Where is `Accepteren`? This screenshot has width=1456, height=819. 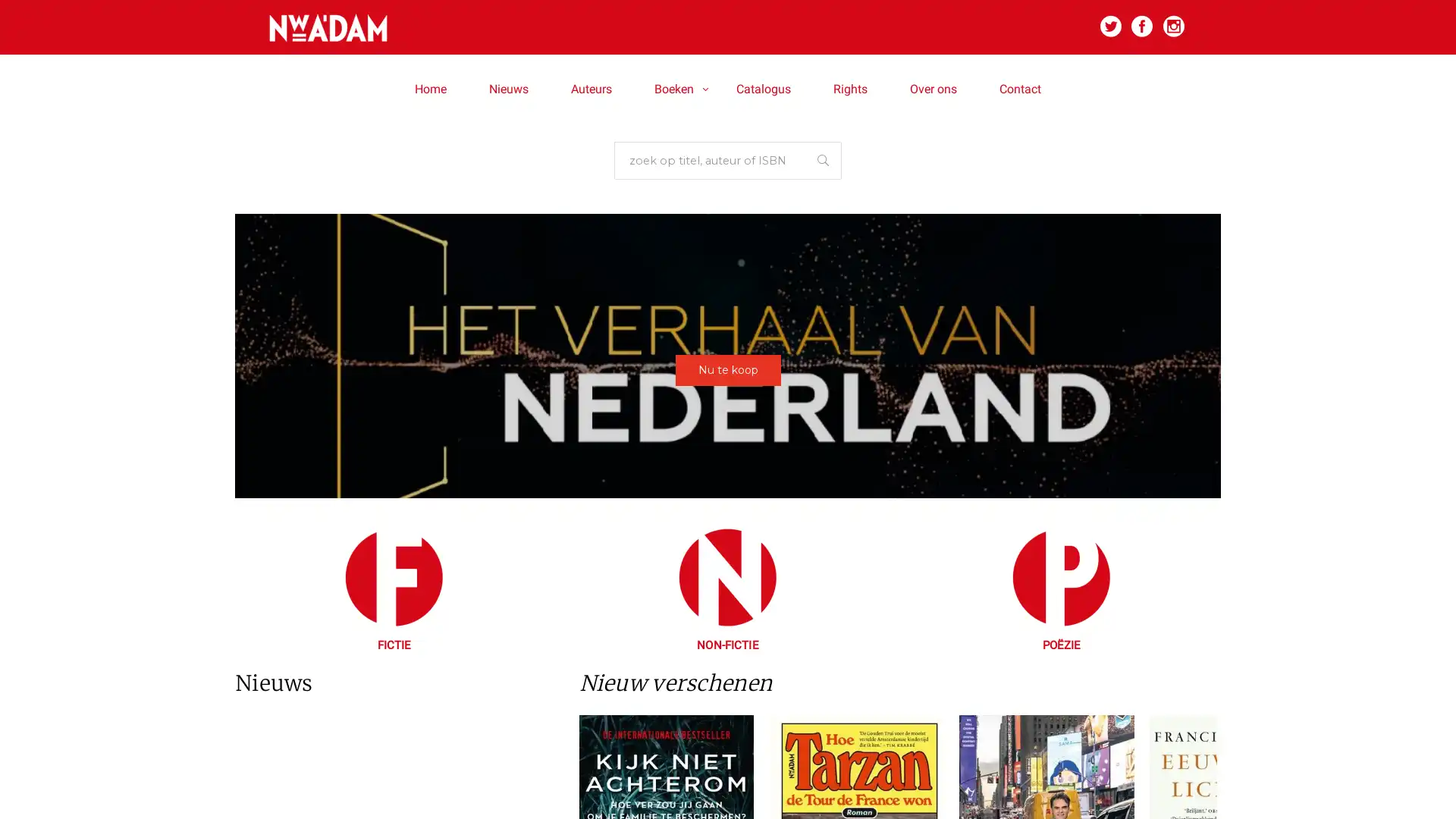 Accepteren is located at coordinates (595, 463).